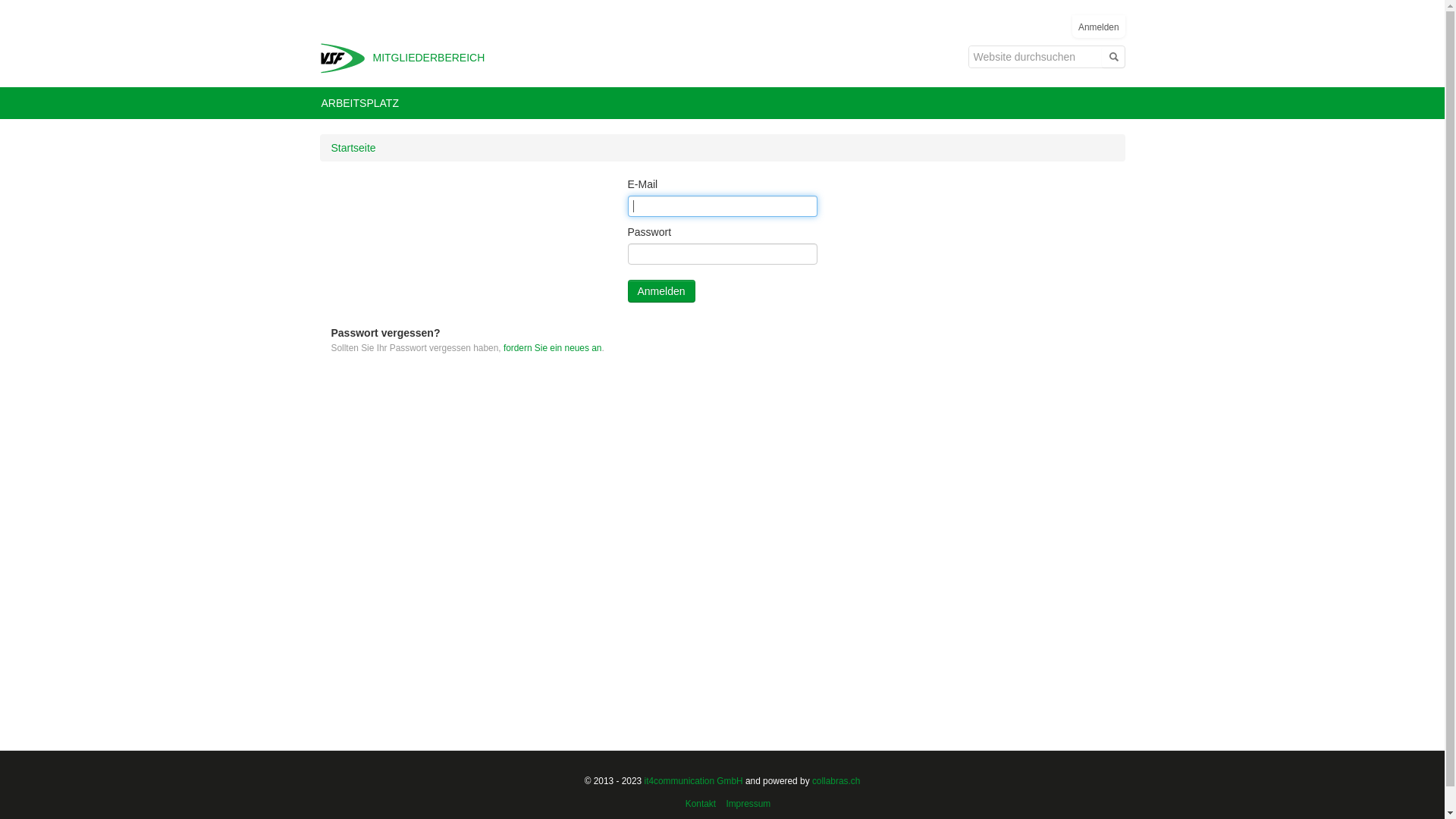 The image size is (1456, 819). What do you see at coordinates (1112, 55) in the screenshot?
I see `'Suche'` at bounding box center [1112, 55].